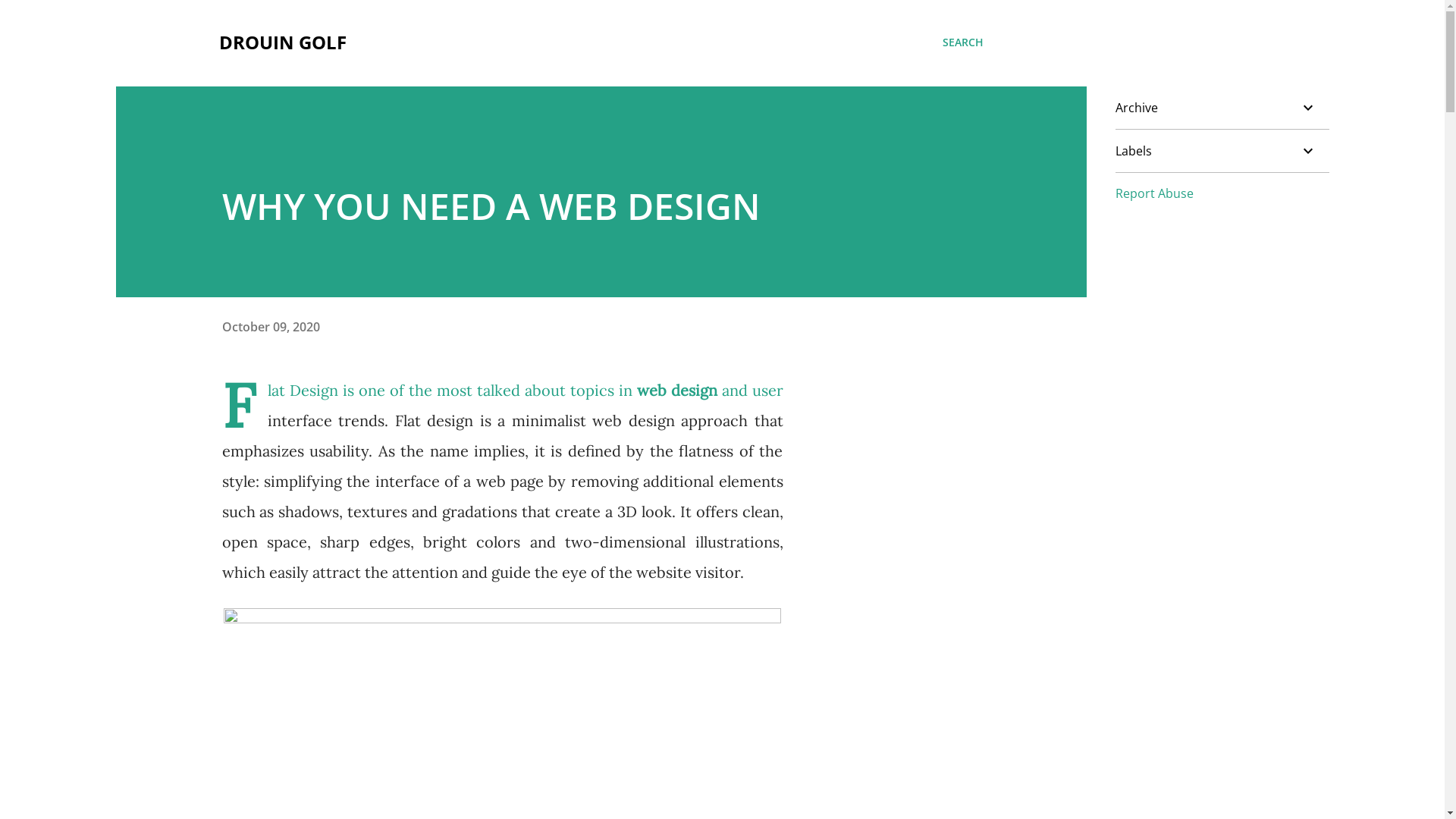 The width and height of the screenshot is (1456, 819). Describe the element at coordinates (270, 326) in the screenshot. I see `'October 09, 2020'` at that location.